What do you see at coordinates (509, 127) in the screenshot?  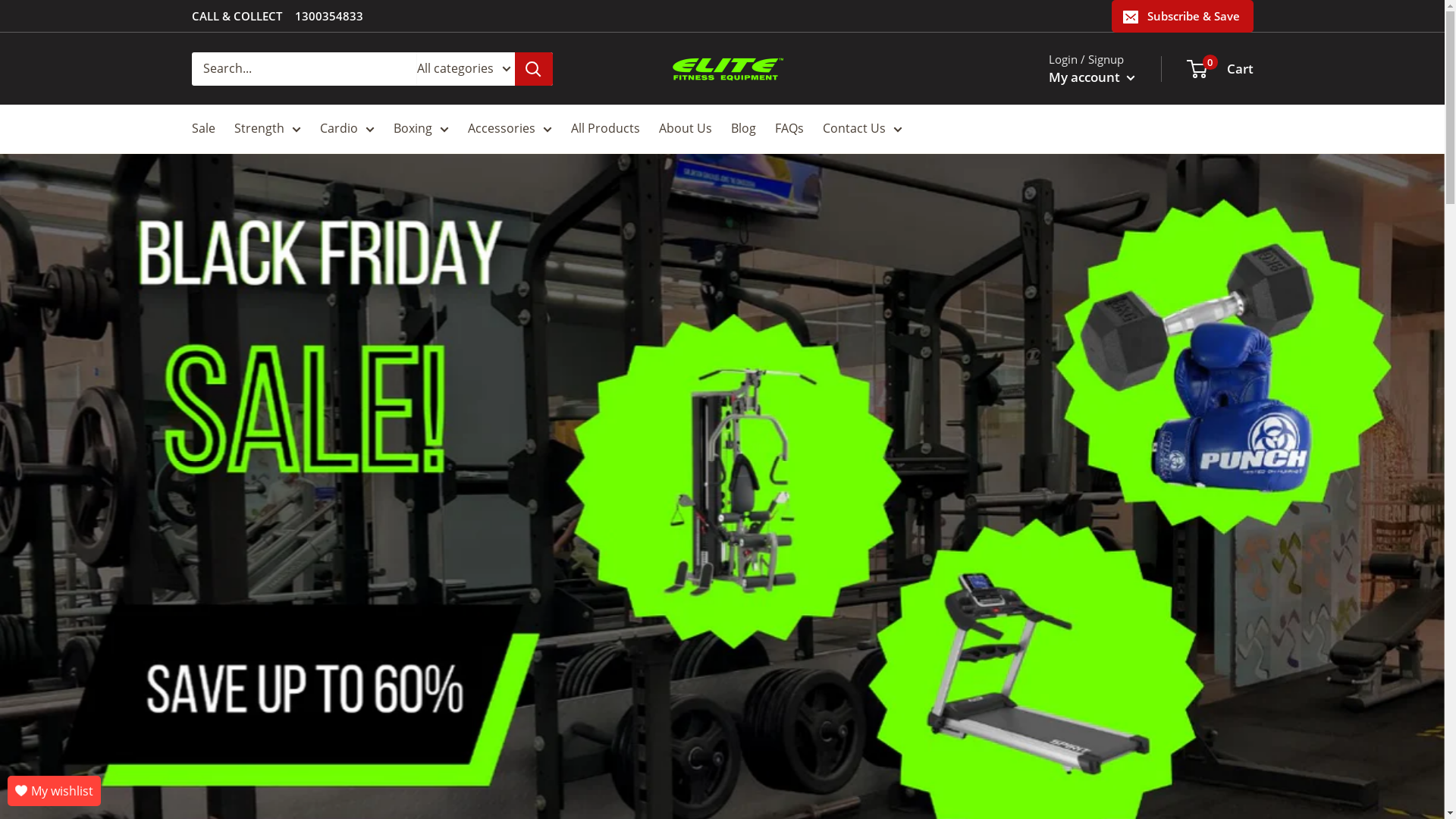 I see `'Accessories'` at bounding box center [509, 127].